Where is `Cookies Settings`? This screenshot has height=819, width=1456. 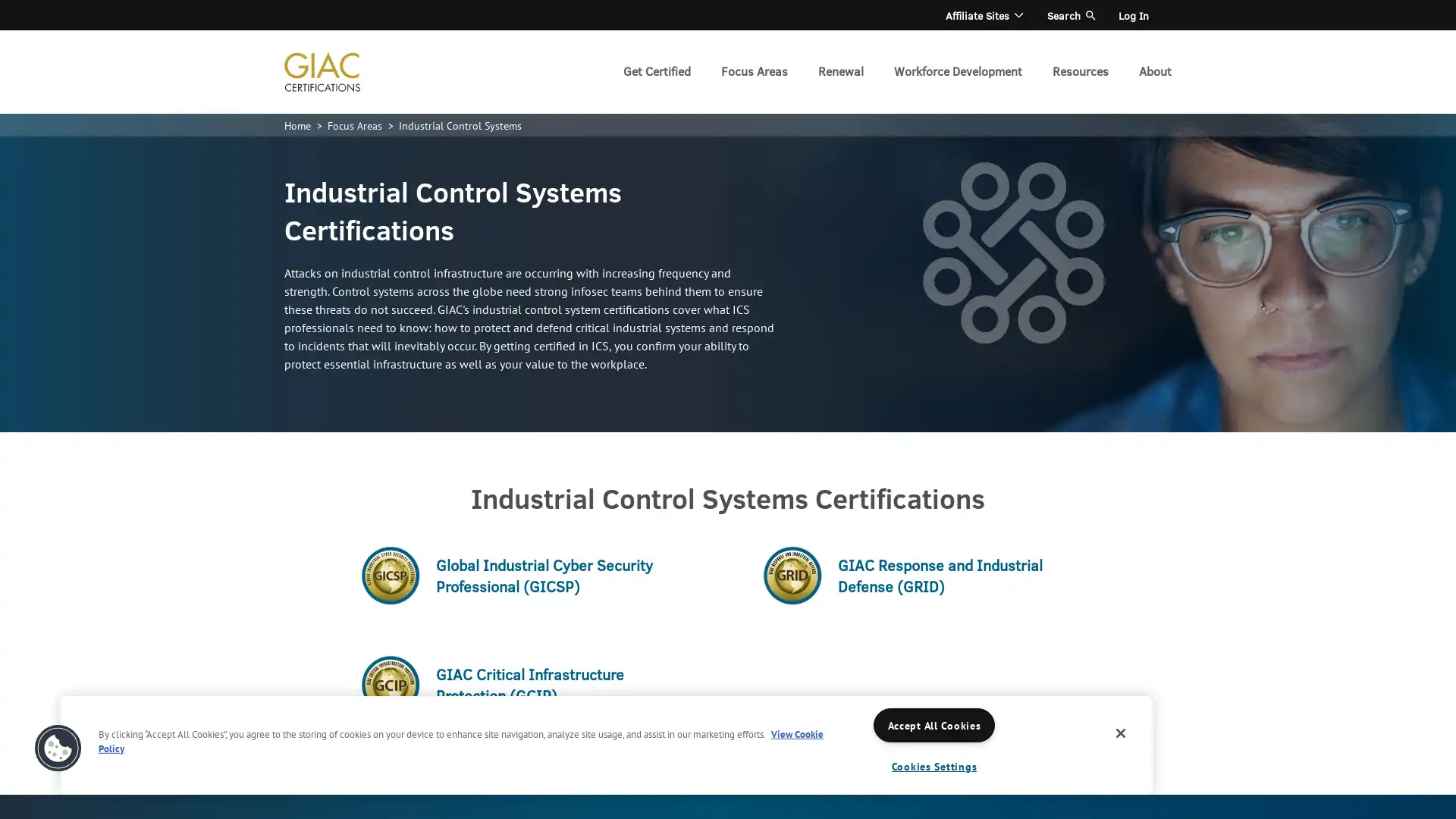
Cookies Settings is located at coordinates (934, 766).